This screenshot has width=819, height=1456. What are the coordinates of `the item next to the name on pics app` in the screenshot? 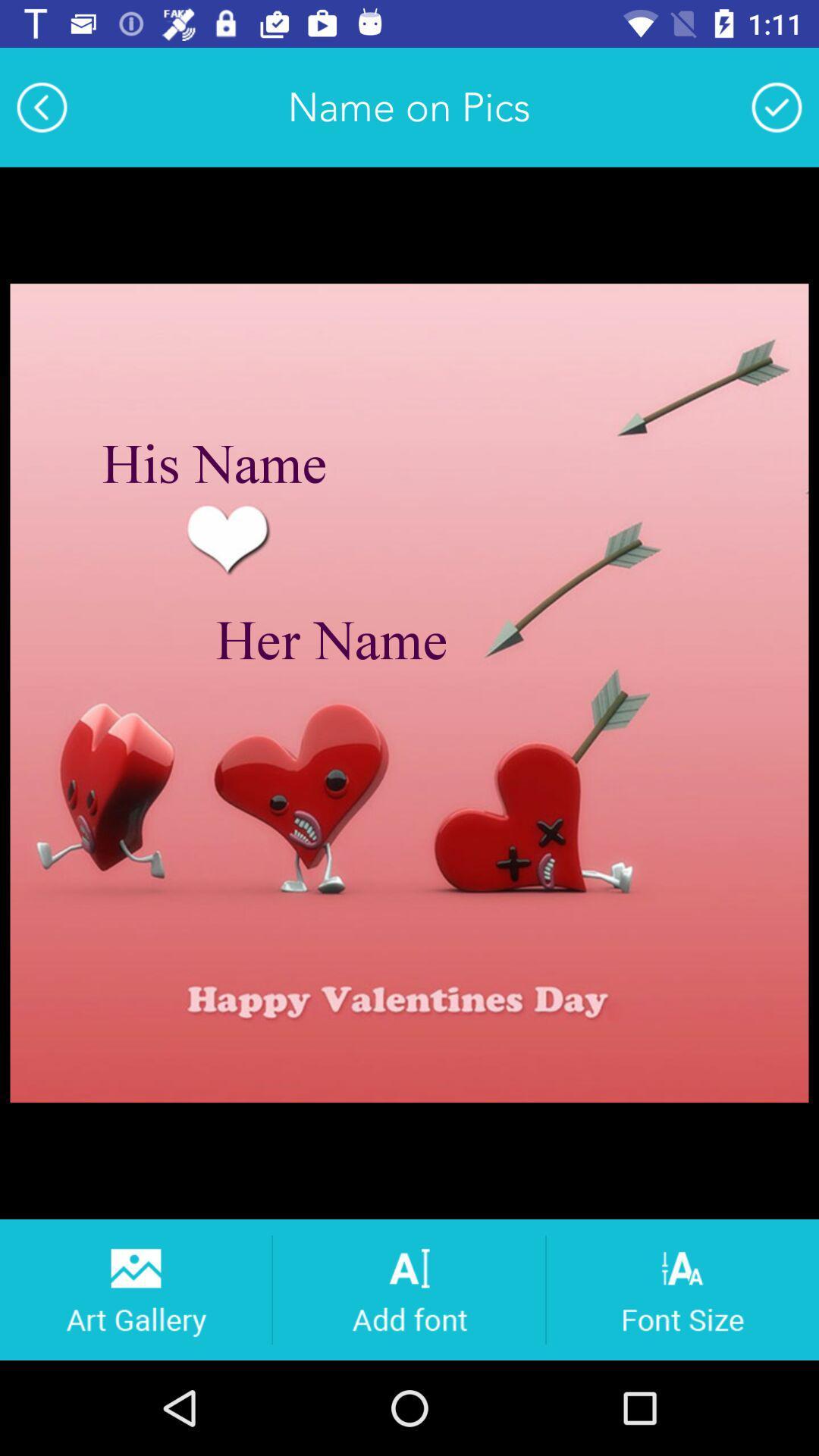 It's located at (41, 106).